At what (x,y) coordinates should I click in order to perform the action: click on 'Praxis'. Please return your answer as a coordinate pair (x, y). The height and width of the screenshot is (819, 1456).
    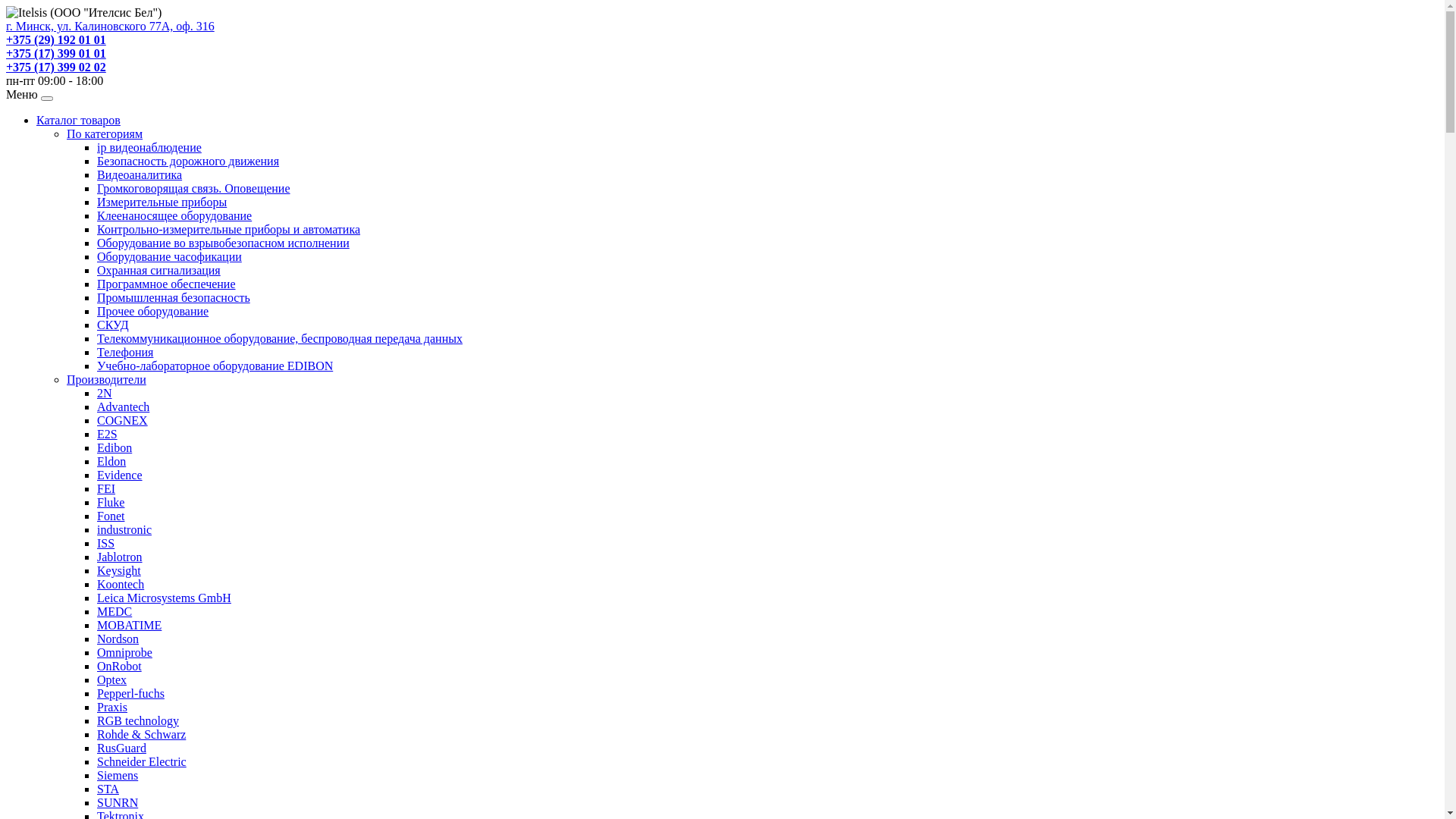
    Looking at the image, I should click on (111, 707).